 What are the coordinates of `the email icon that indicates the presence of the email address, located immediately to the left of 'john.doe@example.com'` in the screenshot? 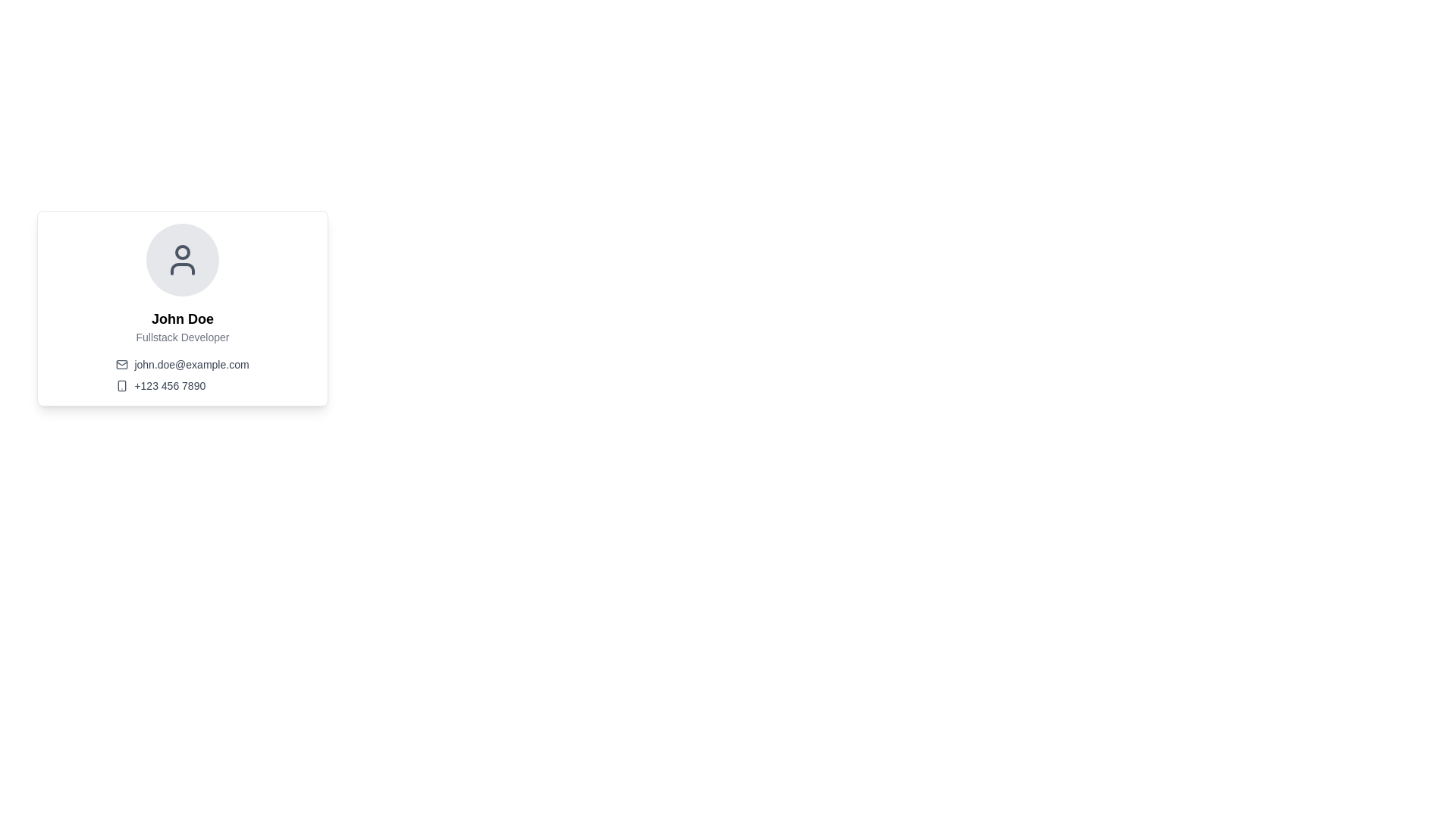 It's located at (122, 365).